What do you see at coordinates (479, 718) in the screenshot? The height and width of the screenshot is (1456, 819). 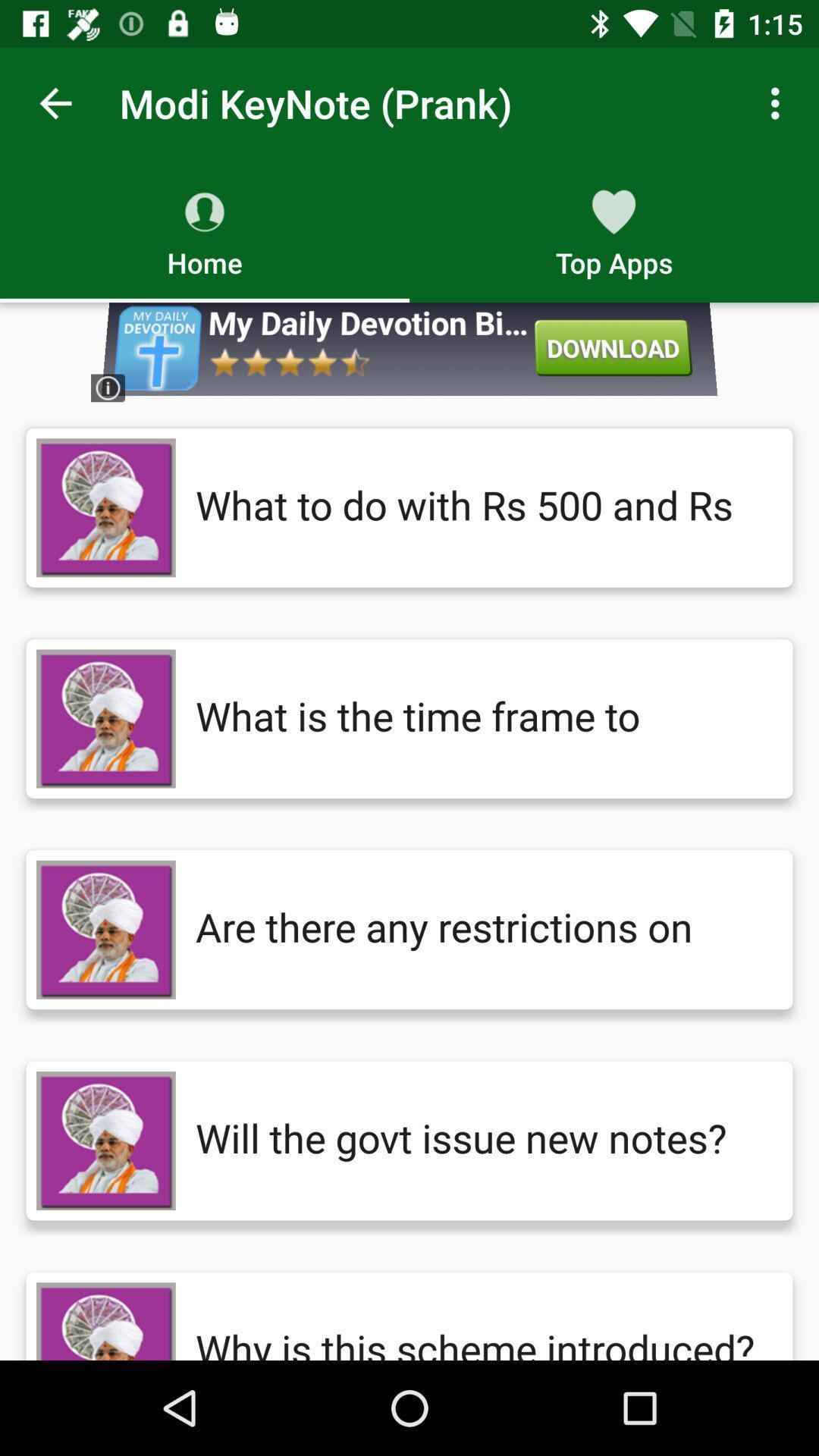 I see `what is the` at bounding box center [479, 718].